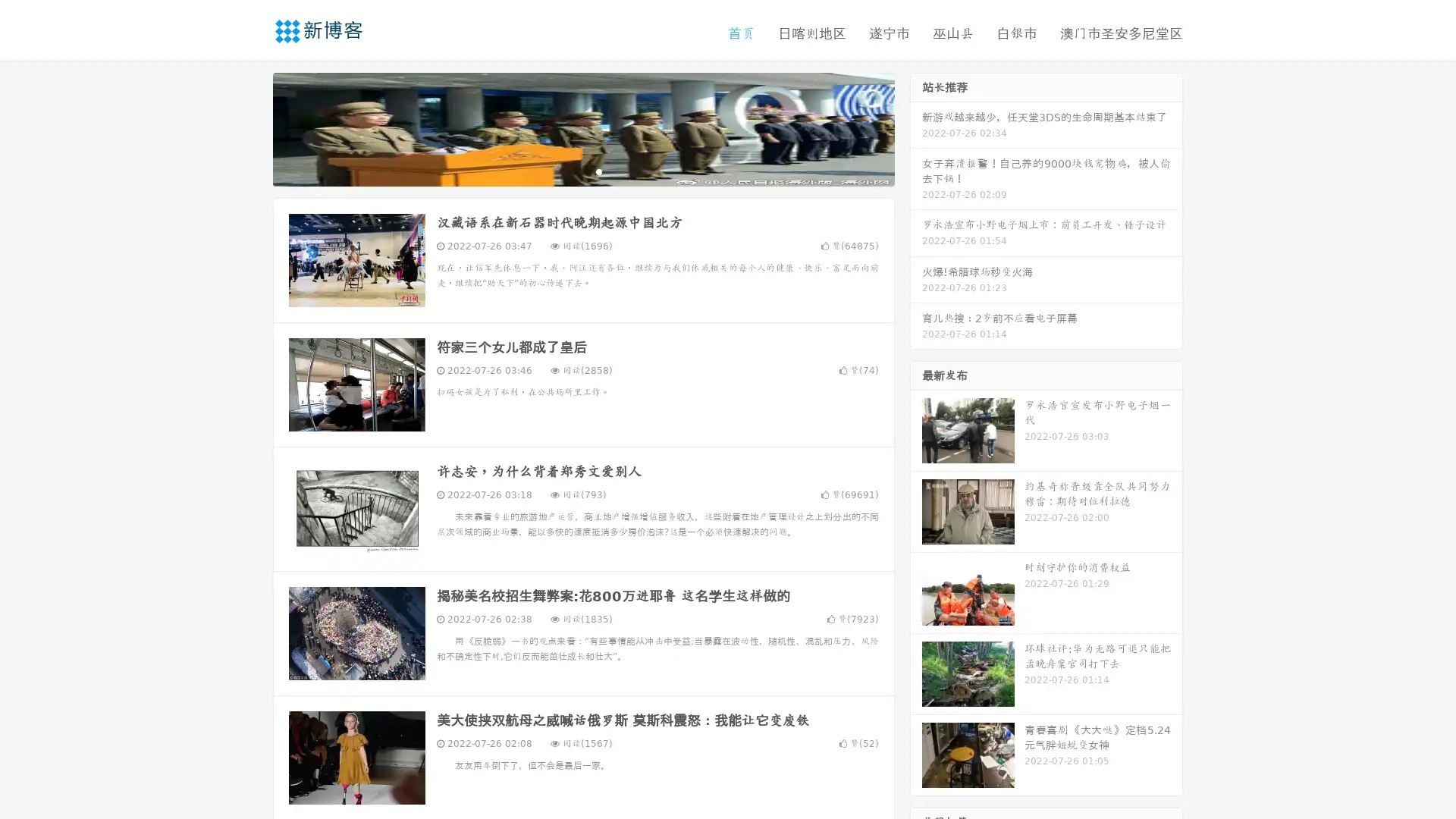  What do you see at coordinates (598, 171) in the screenshot?
I see `Go to slide 3` at bounding box center [598, 171].